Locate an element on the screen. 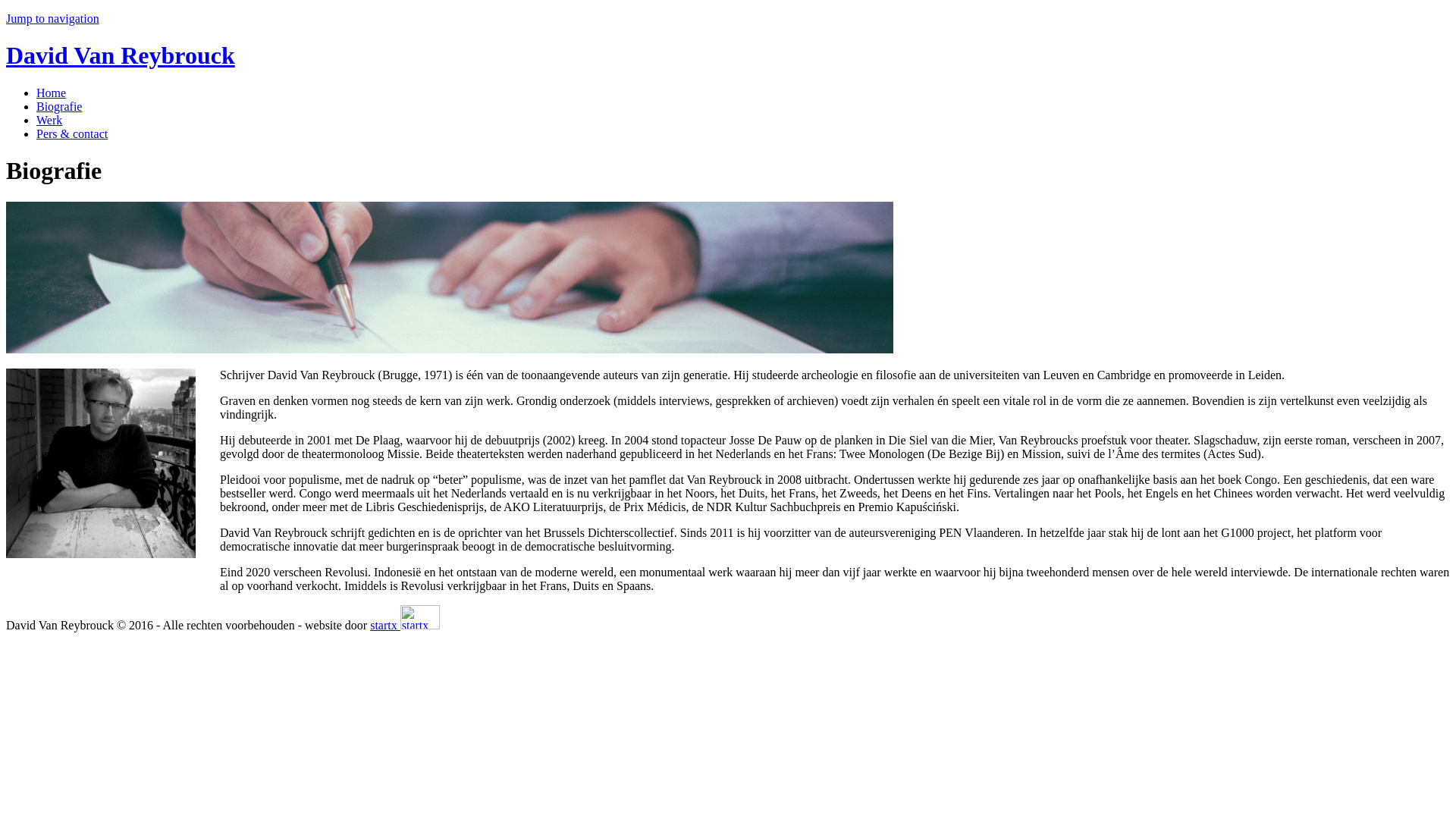  'Pers & contact' is located at coordinates (71, 133).